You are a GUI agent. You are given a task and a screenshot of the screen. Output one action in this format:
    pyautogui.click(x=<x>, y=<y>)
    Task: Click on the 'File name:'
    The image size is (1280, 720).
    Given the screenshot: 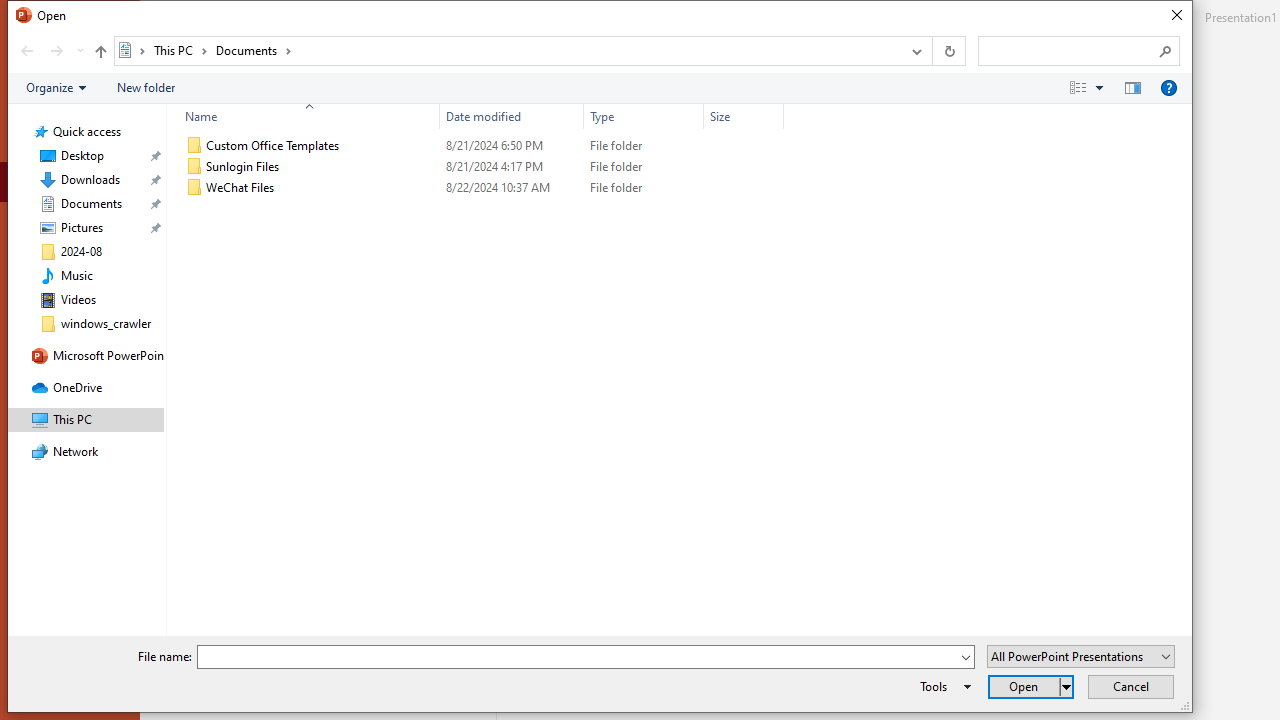 What is the action you would take?
    pyautogui.click(x=585, y=657)
    